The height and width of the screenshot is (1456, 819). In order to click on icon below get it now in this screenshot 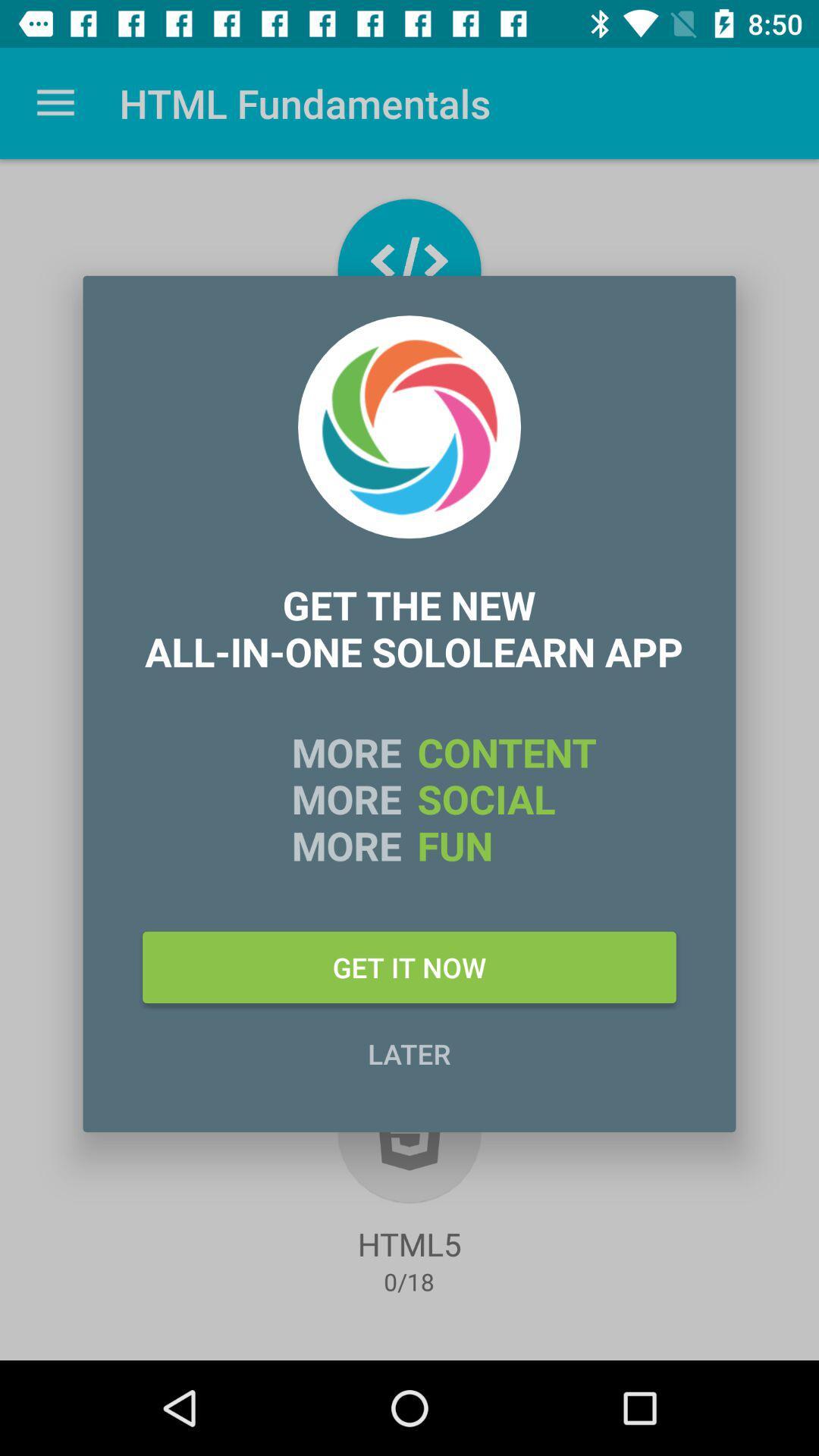, I will do `click(409, 1053)`.